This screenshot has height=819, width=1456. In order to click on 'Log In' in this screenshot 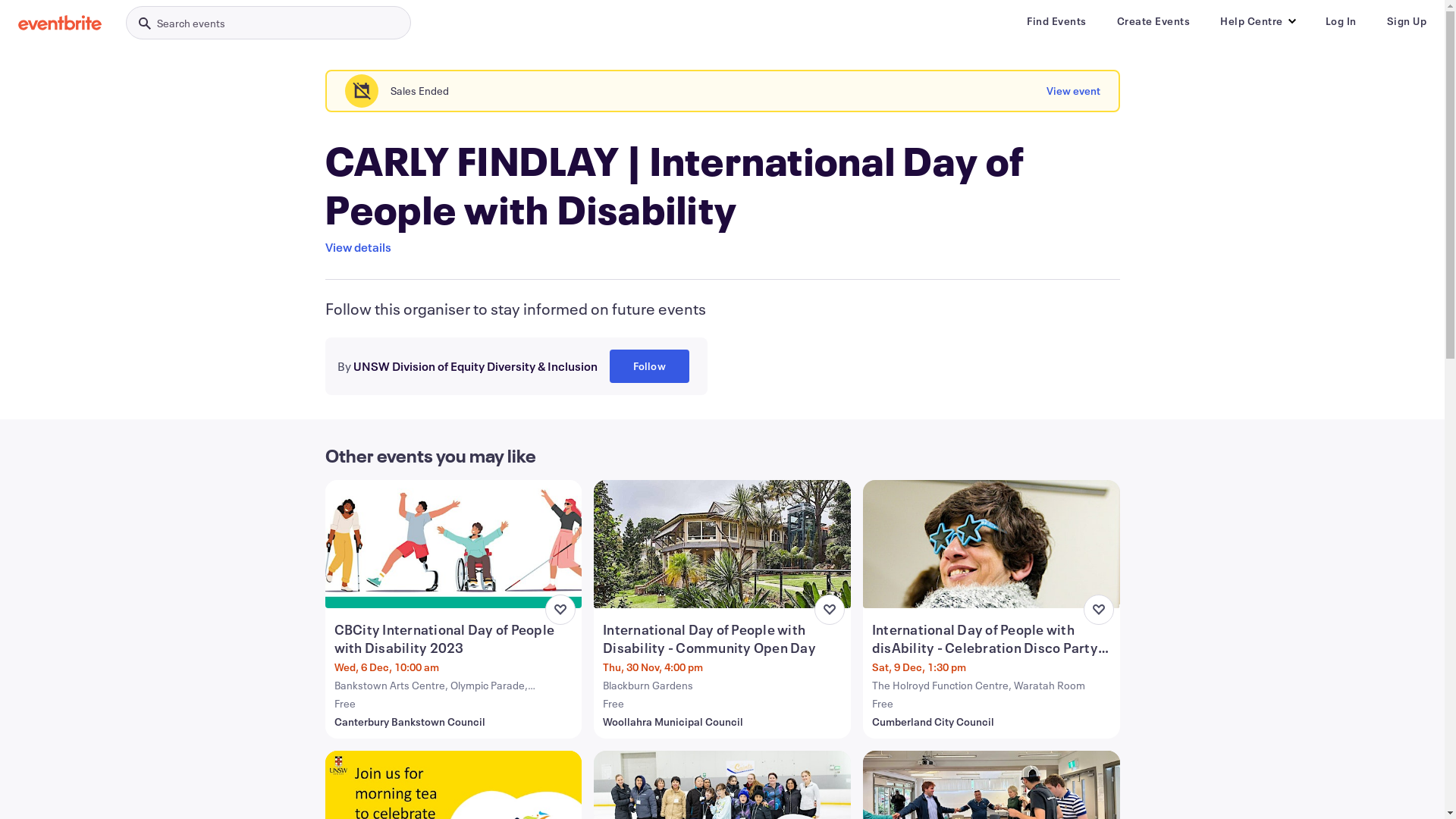, I will do `click(1341, 20)`.